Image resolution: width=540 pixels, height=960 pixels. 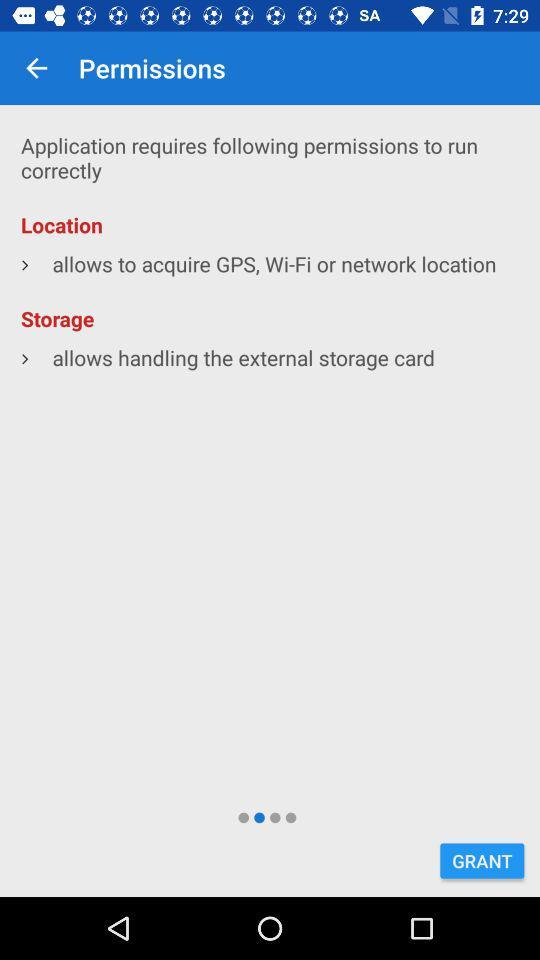 What do you see at coordinates (36, 68) in the screenshot?
I see `item next to permissions` at bounding box center [36, 68].